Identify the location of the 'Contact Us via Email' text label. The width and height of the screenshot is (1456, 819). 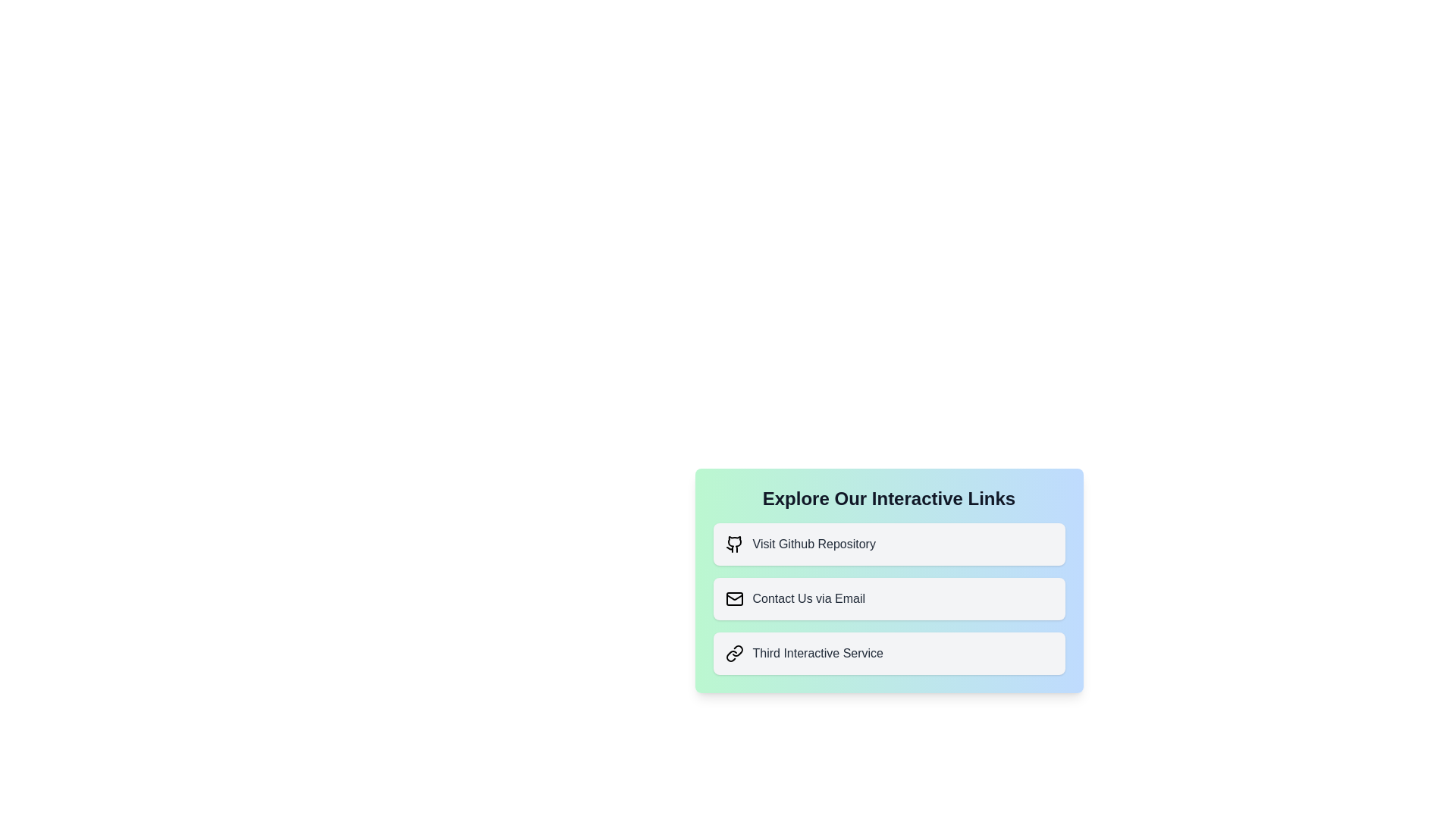
(808, 598).